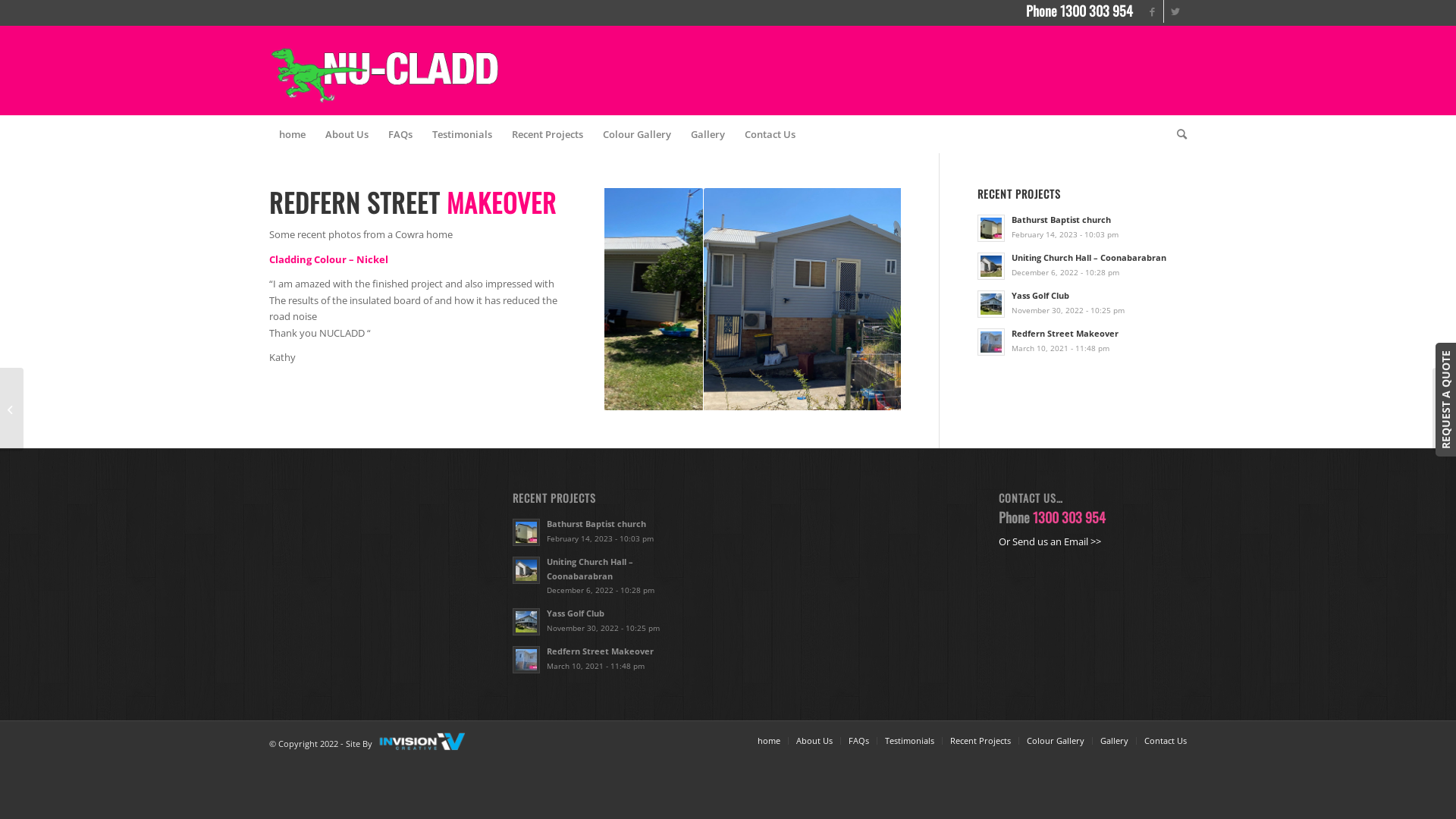 The height and width of the screenshot is (819, 1456). I want to click on 'Twitter', so click(1175, 11).